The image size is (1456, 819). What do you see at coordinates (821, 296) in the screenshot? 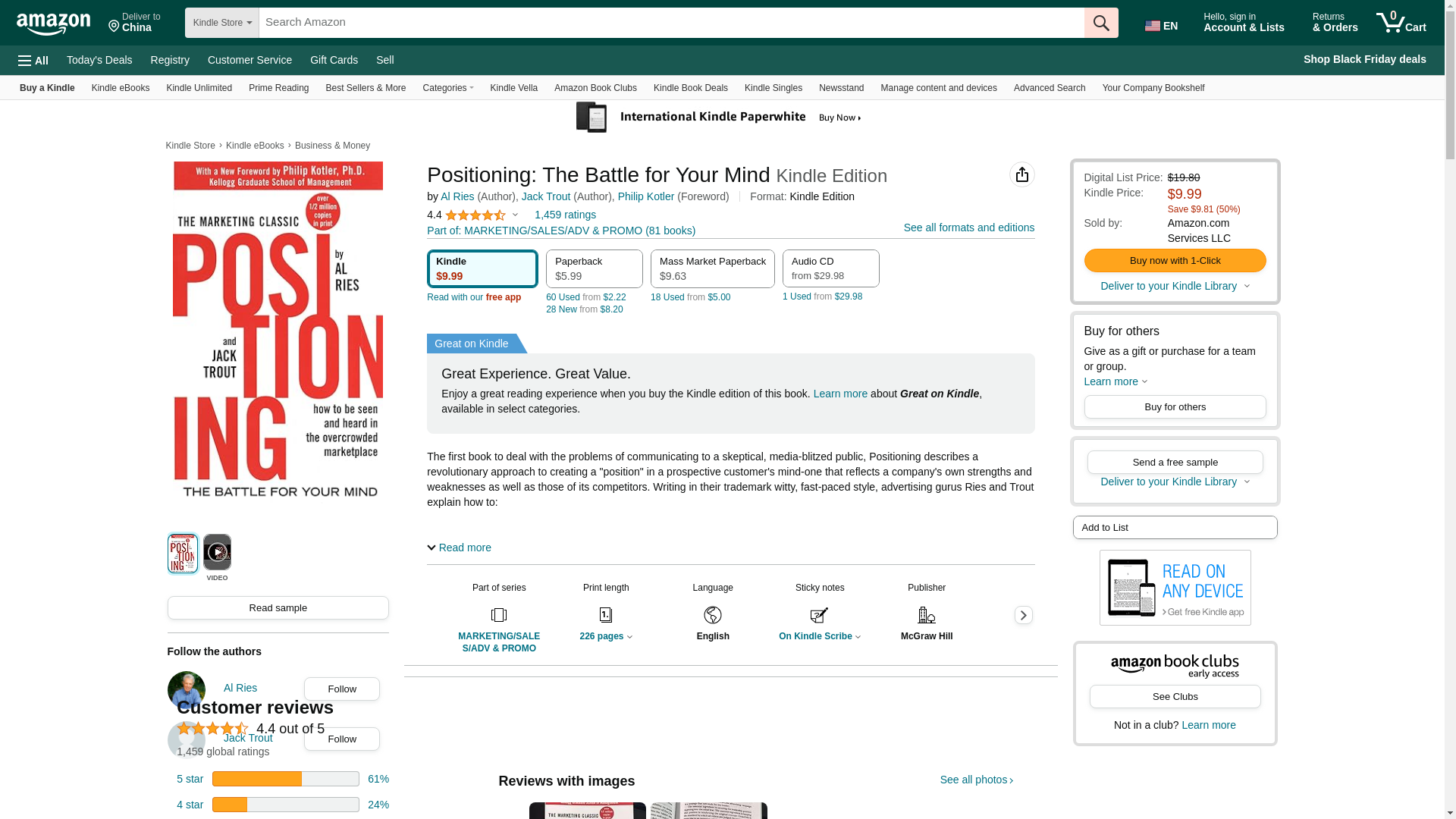
I see `'1 Used from $29.98'` at bounding box center [821, 296].